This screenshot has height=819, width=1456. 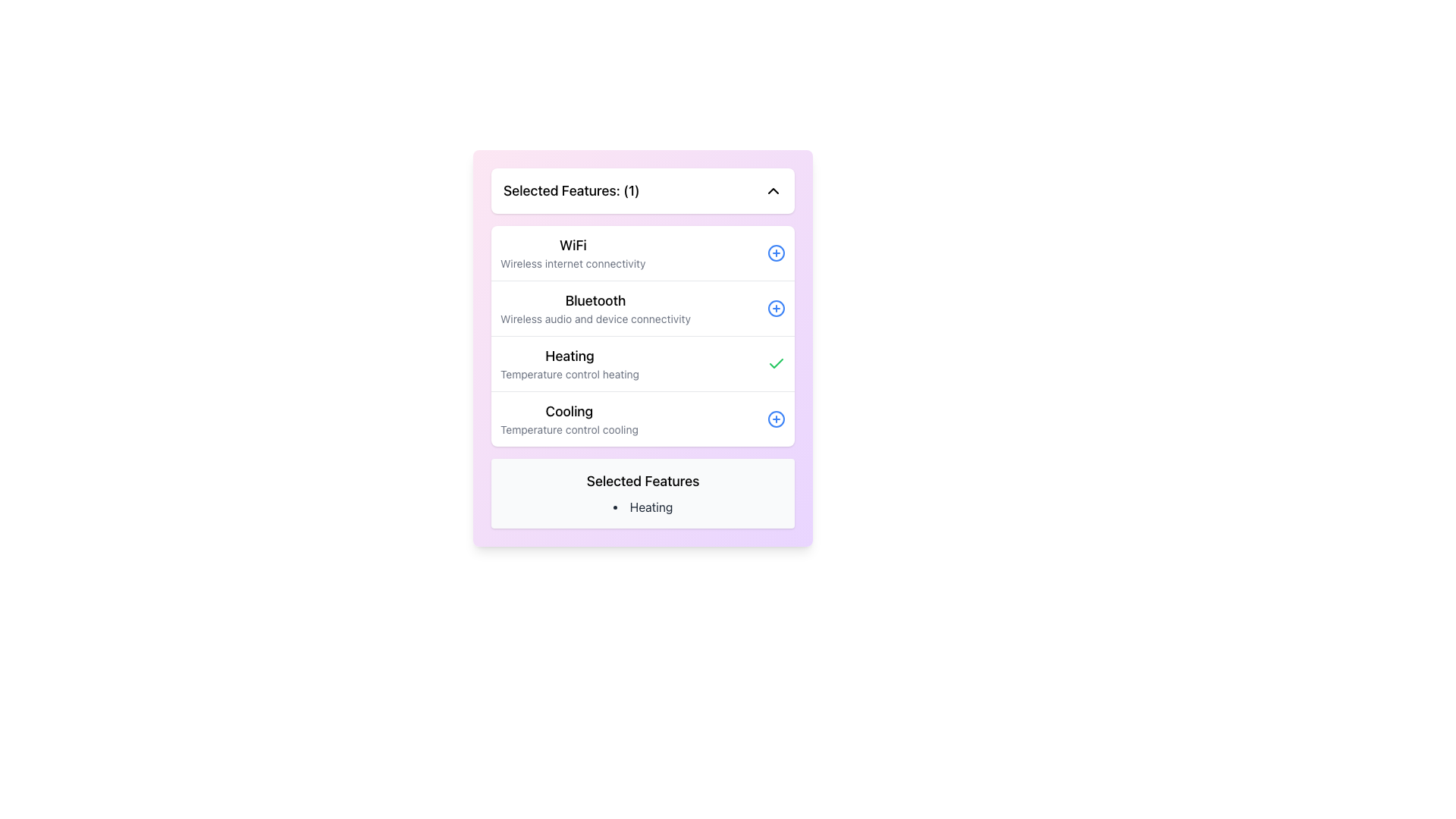 I want to click on the state of the checkmark icon that symbolizes the activation of the 'Heating' feature, which is positioned to the right of the feature text and above the 'Temperature control heating' description, so click(x=776, y=363).